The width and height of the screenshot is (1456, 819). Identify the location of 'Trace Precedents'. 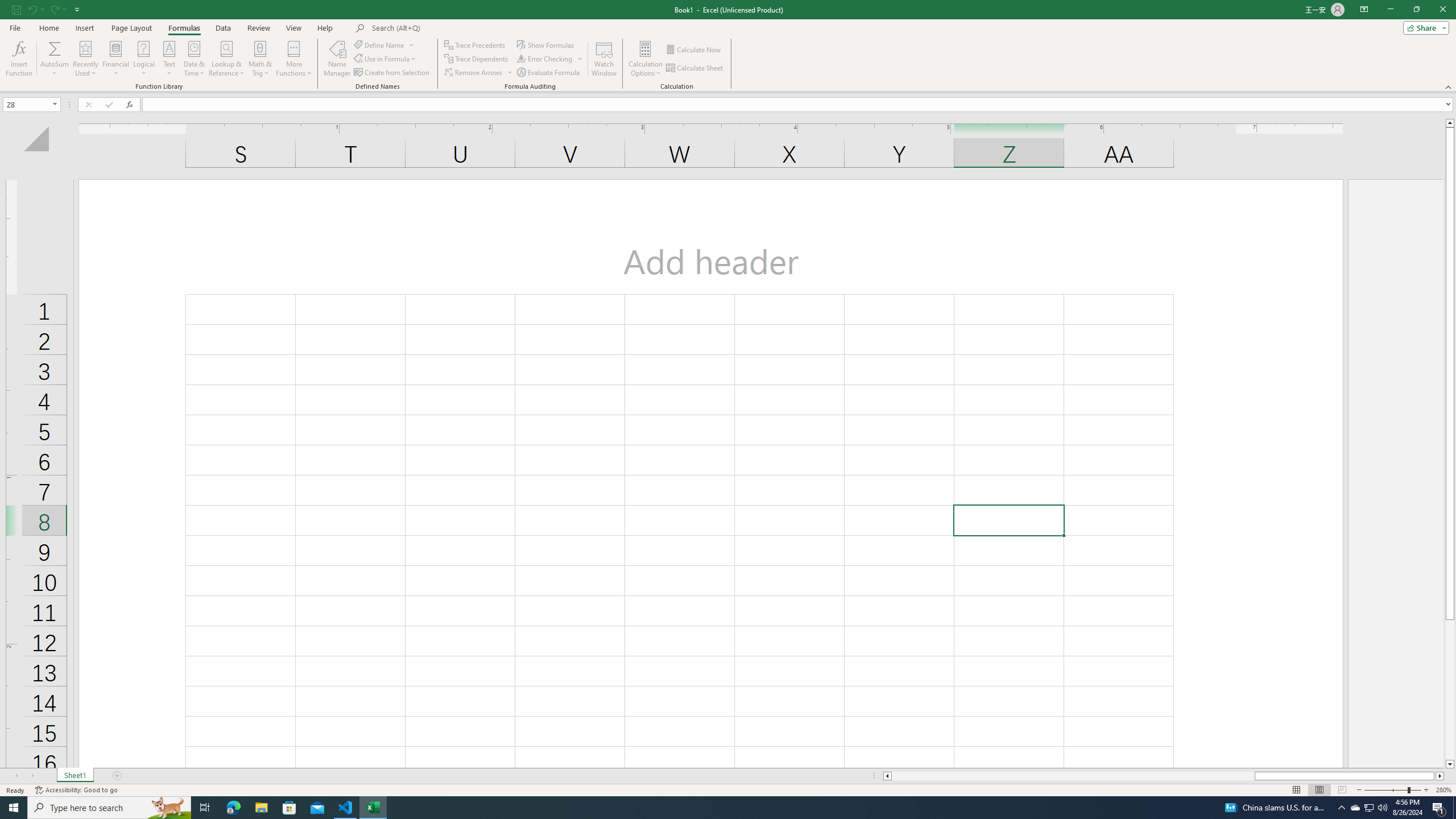
(475, 44).